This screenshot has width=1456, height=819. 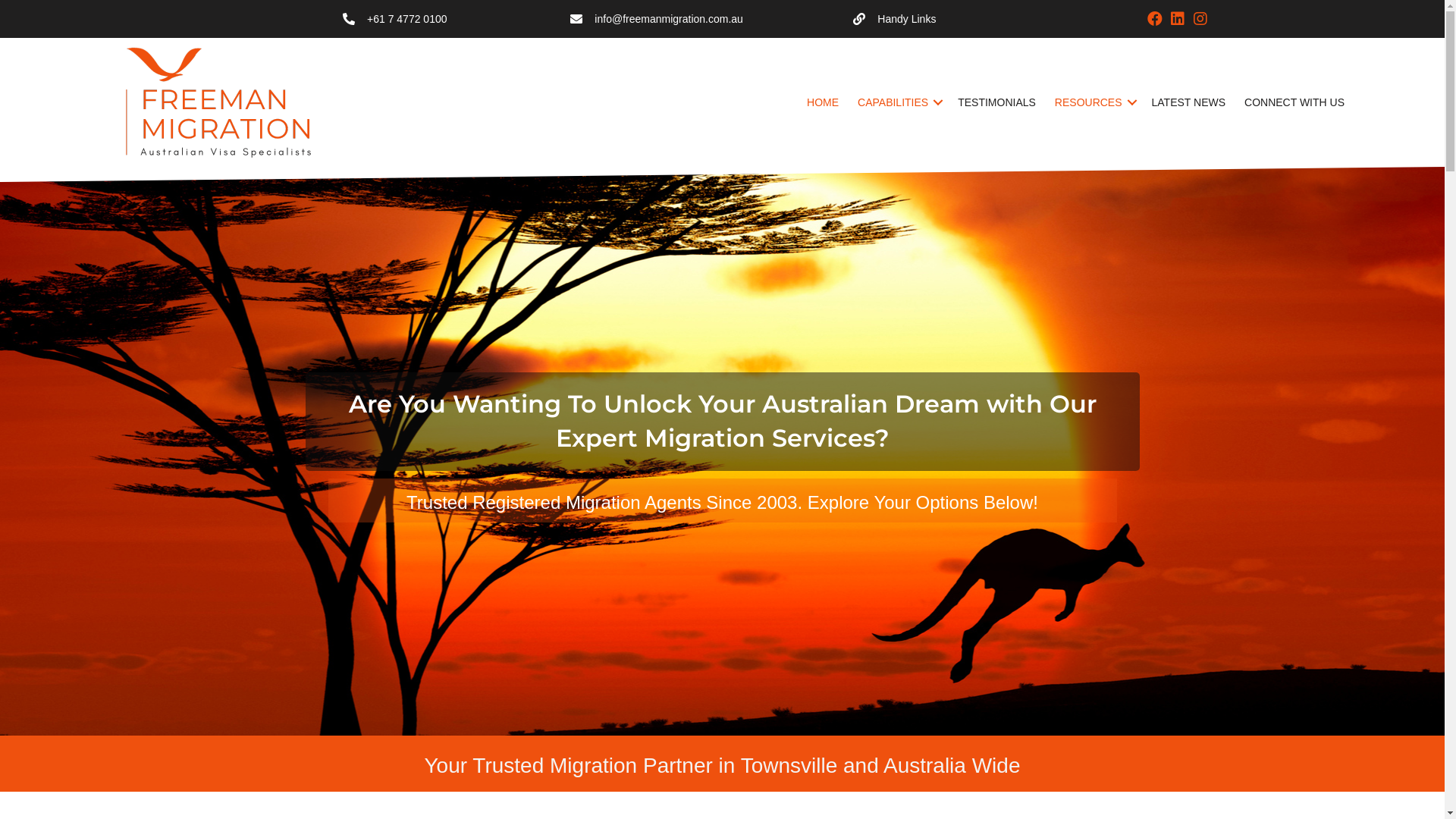 I want to click on 'CONNECT WITH US', so click(x=1294, y=102).